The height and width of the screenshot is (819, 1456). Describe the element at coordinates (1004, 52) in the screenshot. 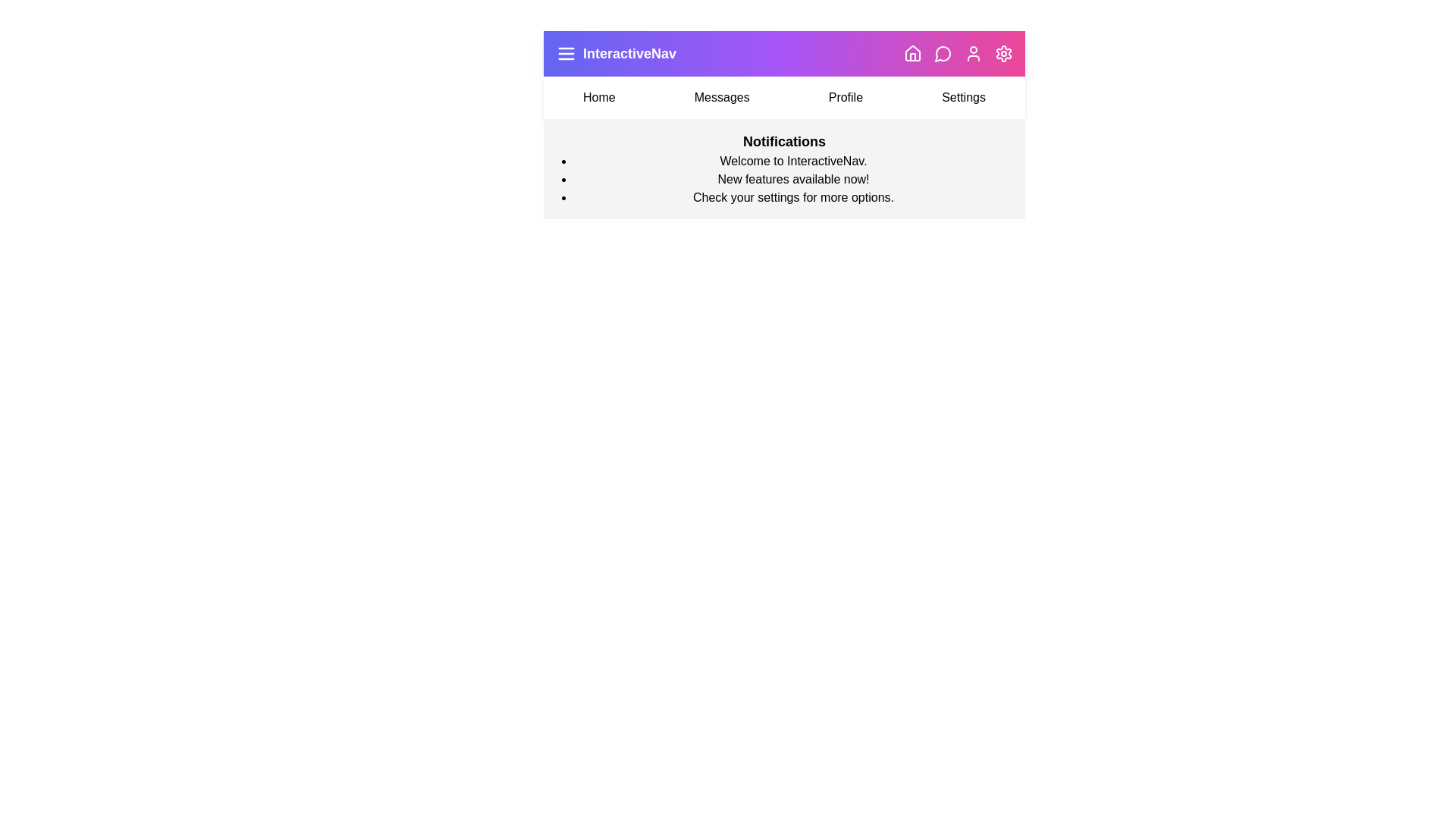

I see `the Settings icon to navigate to the corresponding section` at that location.